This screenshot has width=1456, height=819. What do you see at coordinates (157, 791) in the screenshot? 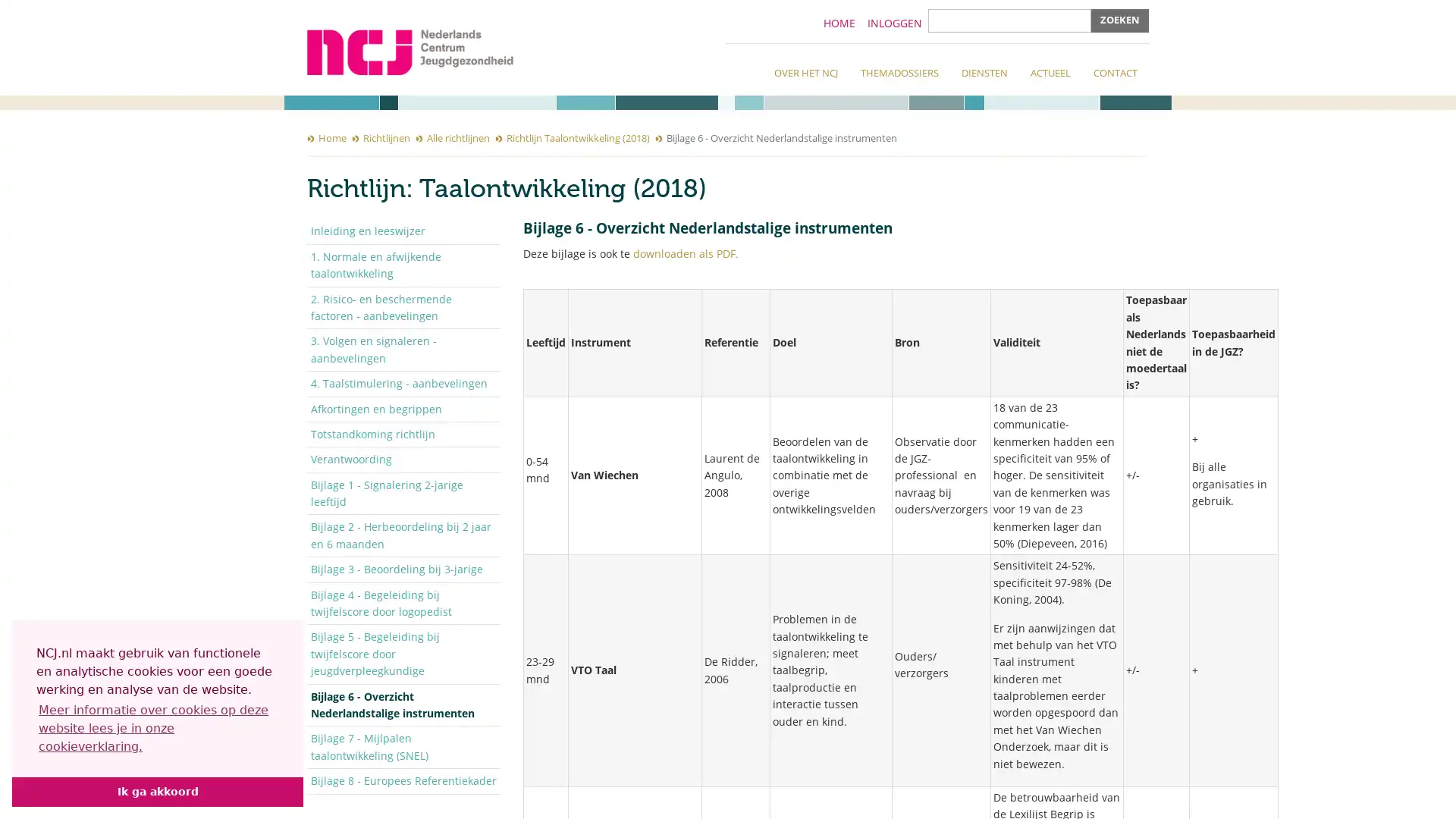
I see `dismiss cookie message` at bounding box center [157, 791].